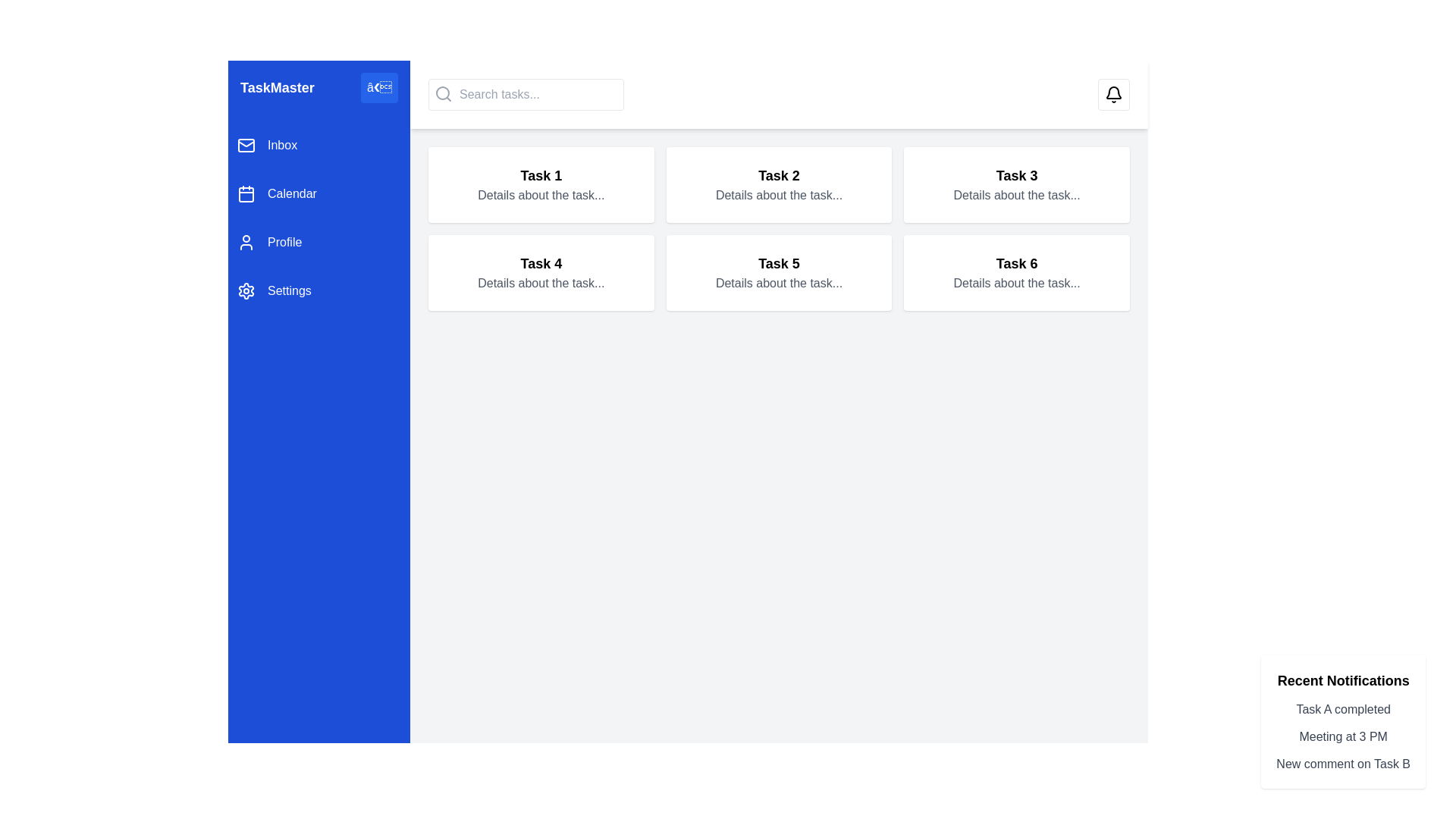 The height and width of the screenshot is (819, 1456). What do you see at coordinates (318, 146) in the screenshot?
I see `the 'Inbox' menu item in the vertical menu panel on the left side of the interface` at bounding box center [318, 146].